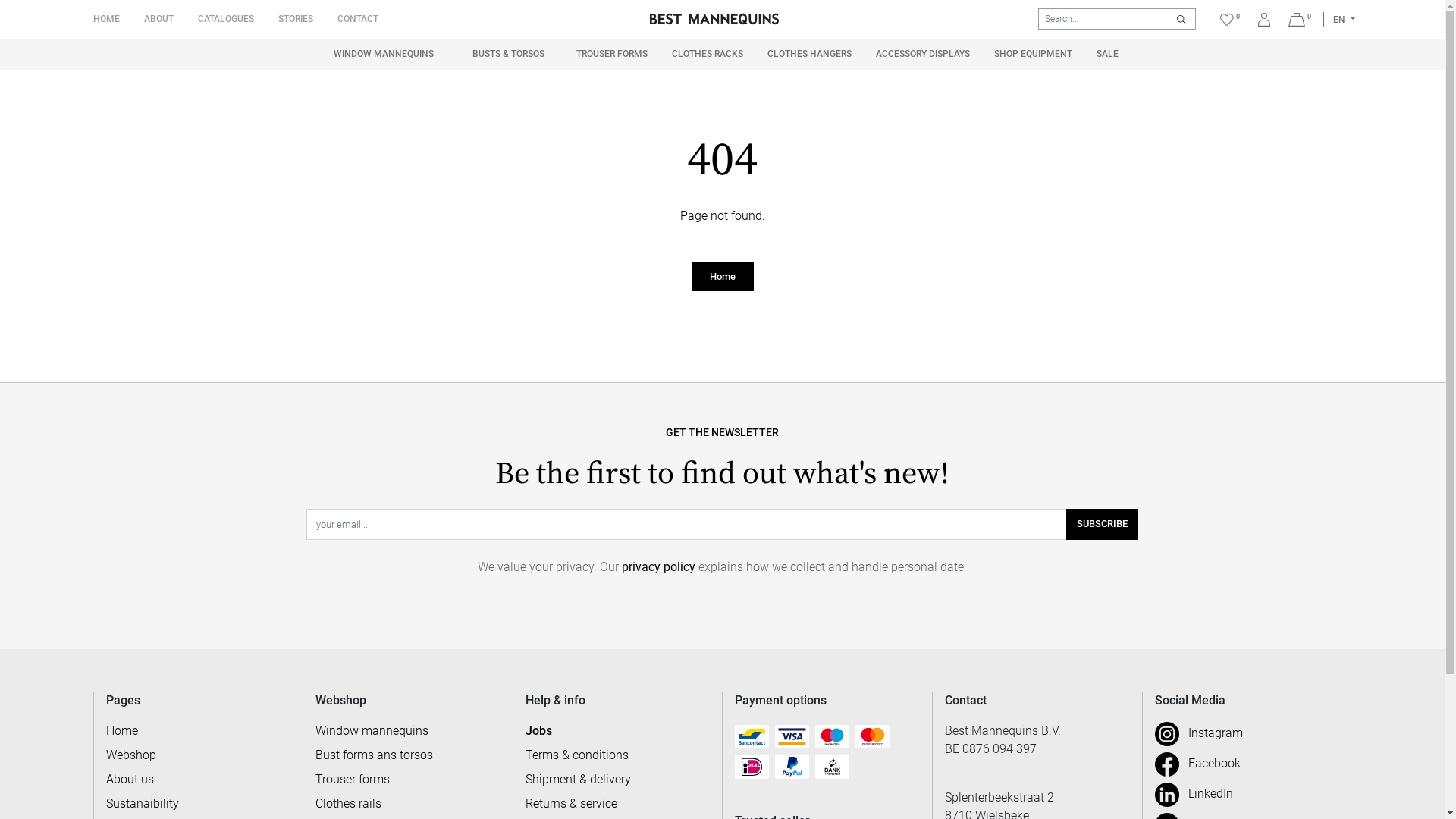  Describe the element at coordinates (922, 52) in the screenshot. I see `'ACCESSORY DISPLAYS'` at that location.